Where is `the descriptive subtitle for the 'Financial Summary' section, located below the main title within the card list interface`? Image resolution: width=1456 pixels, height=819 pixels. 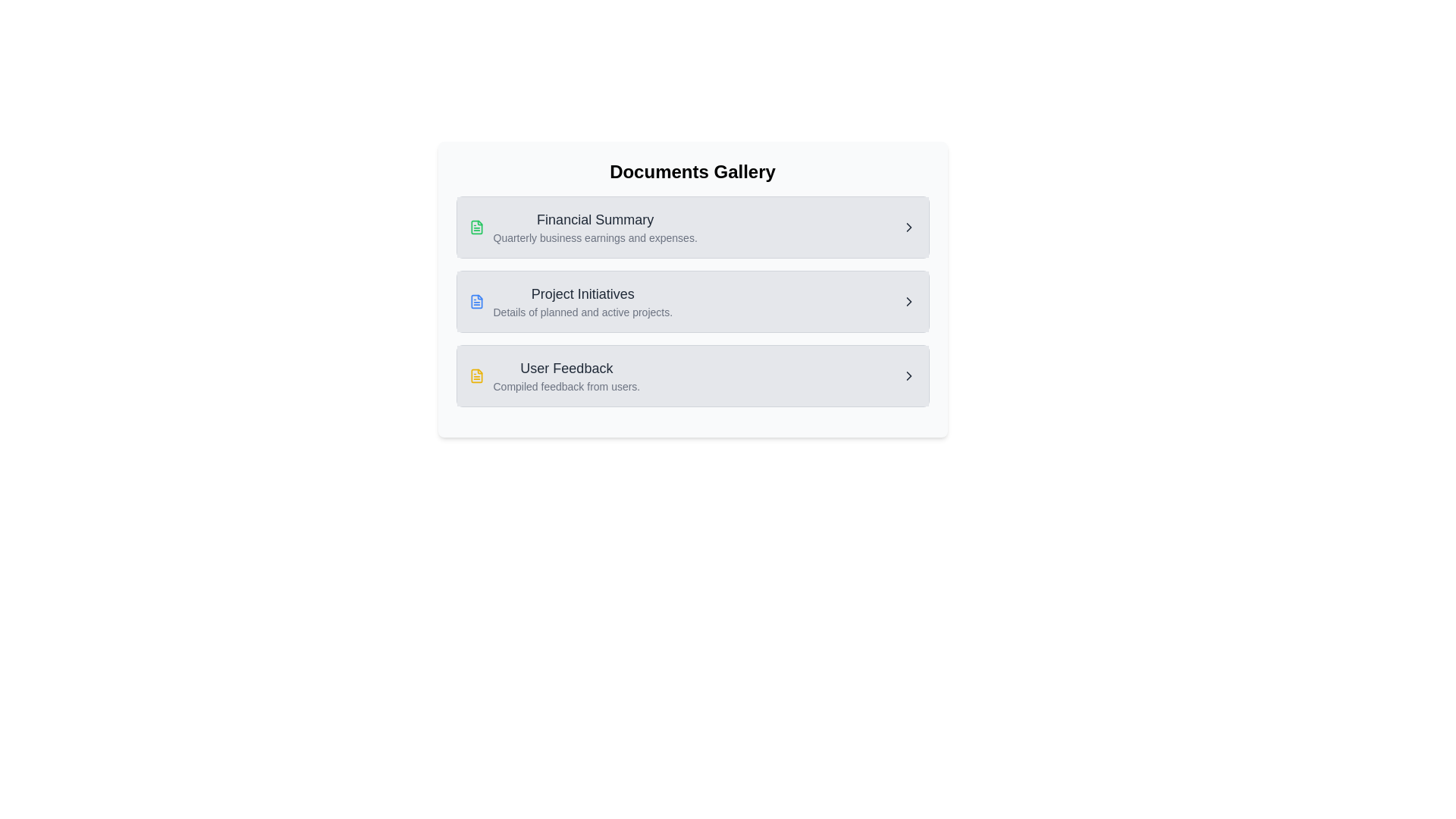
the descriptive subtitle for the 'Financial Summary' section, located below the main title within the card list interface is located at coordinates (595, 237).